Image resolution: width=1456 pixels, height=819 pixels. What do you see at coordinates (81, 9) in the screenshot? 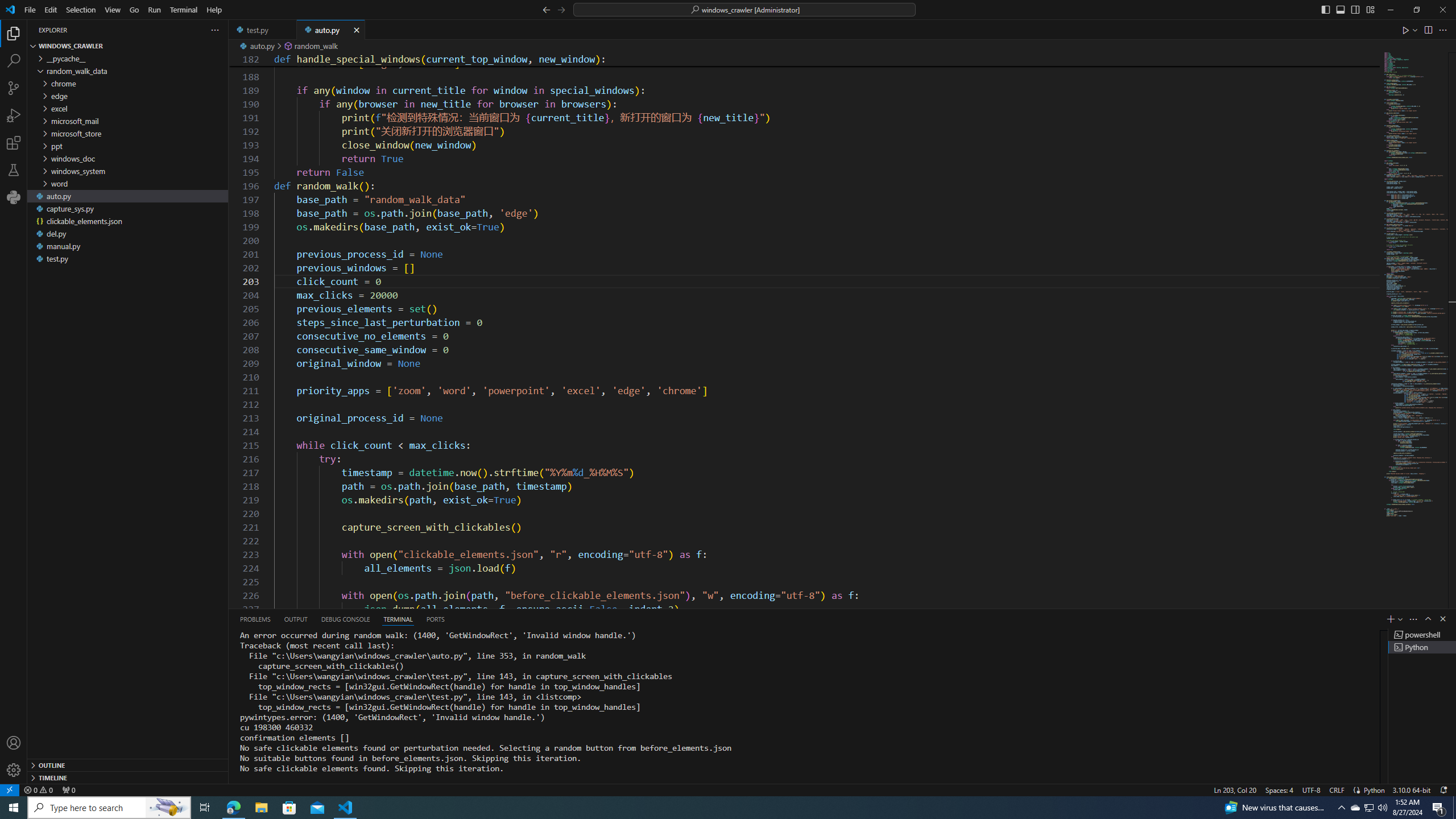
I see `'Selection'` at bounding box center [81, 9].